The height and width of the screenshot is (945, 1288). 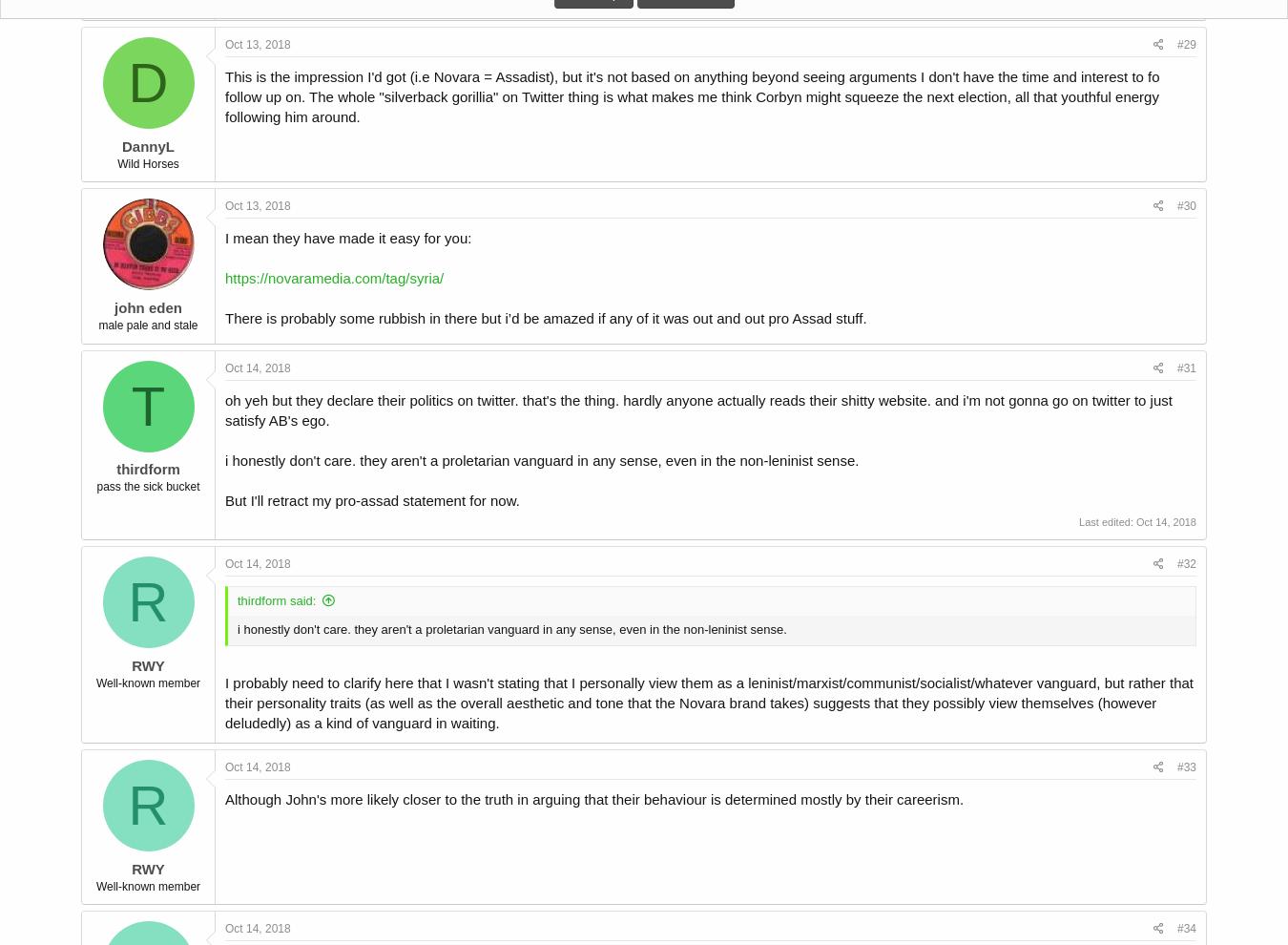 I want to click on 'This is the impression I'd got (i.e Novara = Assadist), but it's not based on anything beyond seeing arguments I don't have the time and interest to fo follow up on. The whole "silverback gorillia" on Twitter thing is what makes me think Corbyn might squeeze the next election, all that youthful energy following him around.', so click(x=691, y=94).